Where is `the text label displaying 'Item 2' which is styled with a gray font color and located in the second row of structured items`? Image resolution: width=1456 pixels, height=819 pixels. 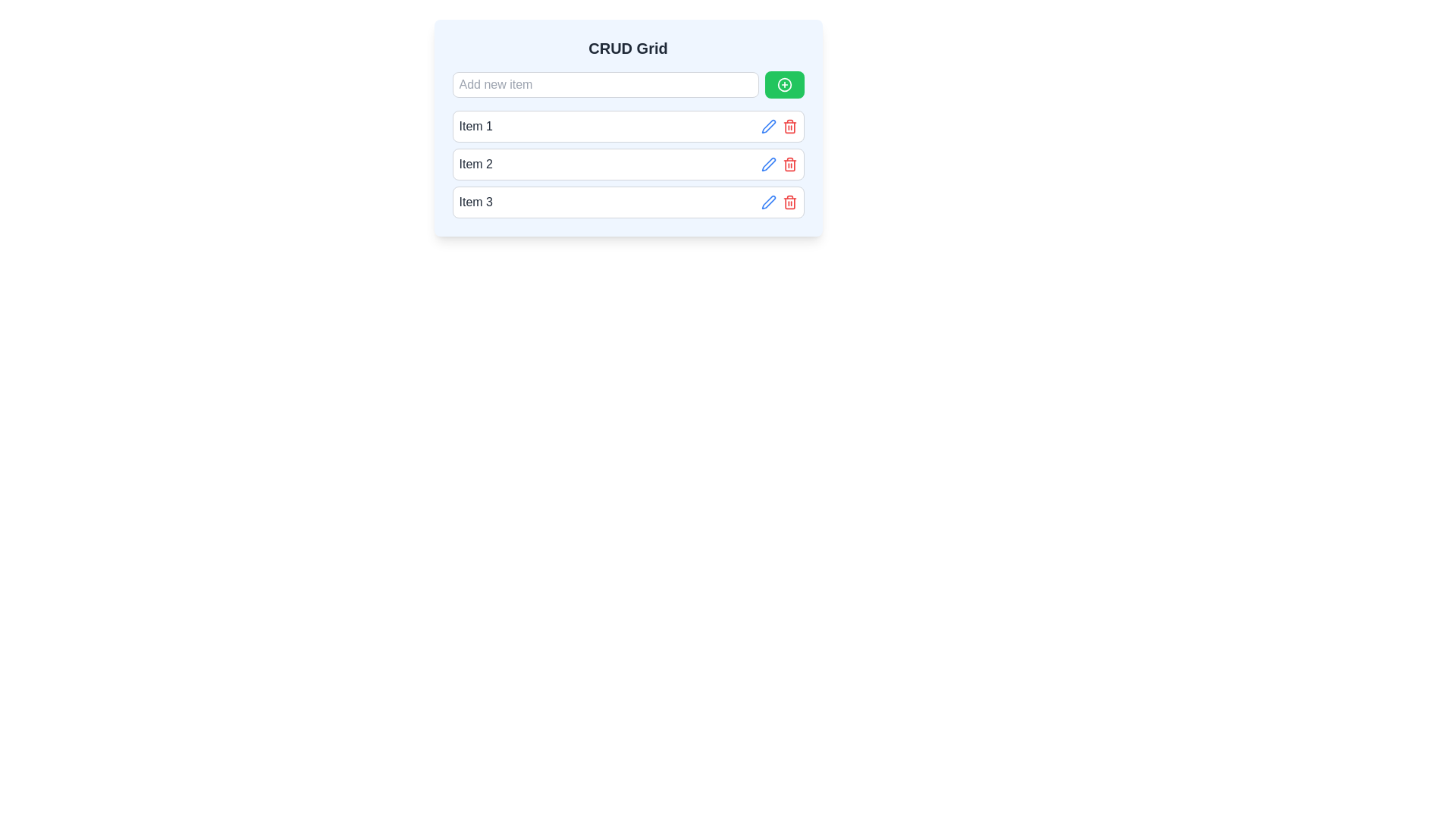 the text label displaying 'Item 2' which is styled with a gray font color and located in the second row of structured items is located at coordinates (475, 164).